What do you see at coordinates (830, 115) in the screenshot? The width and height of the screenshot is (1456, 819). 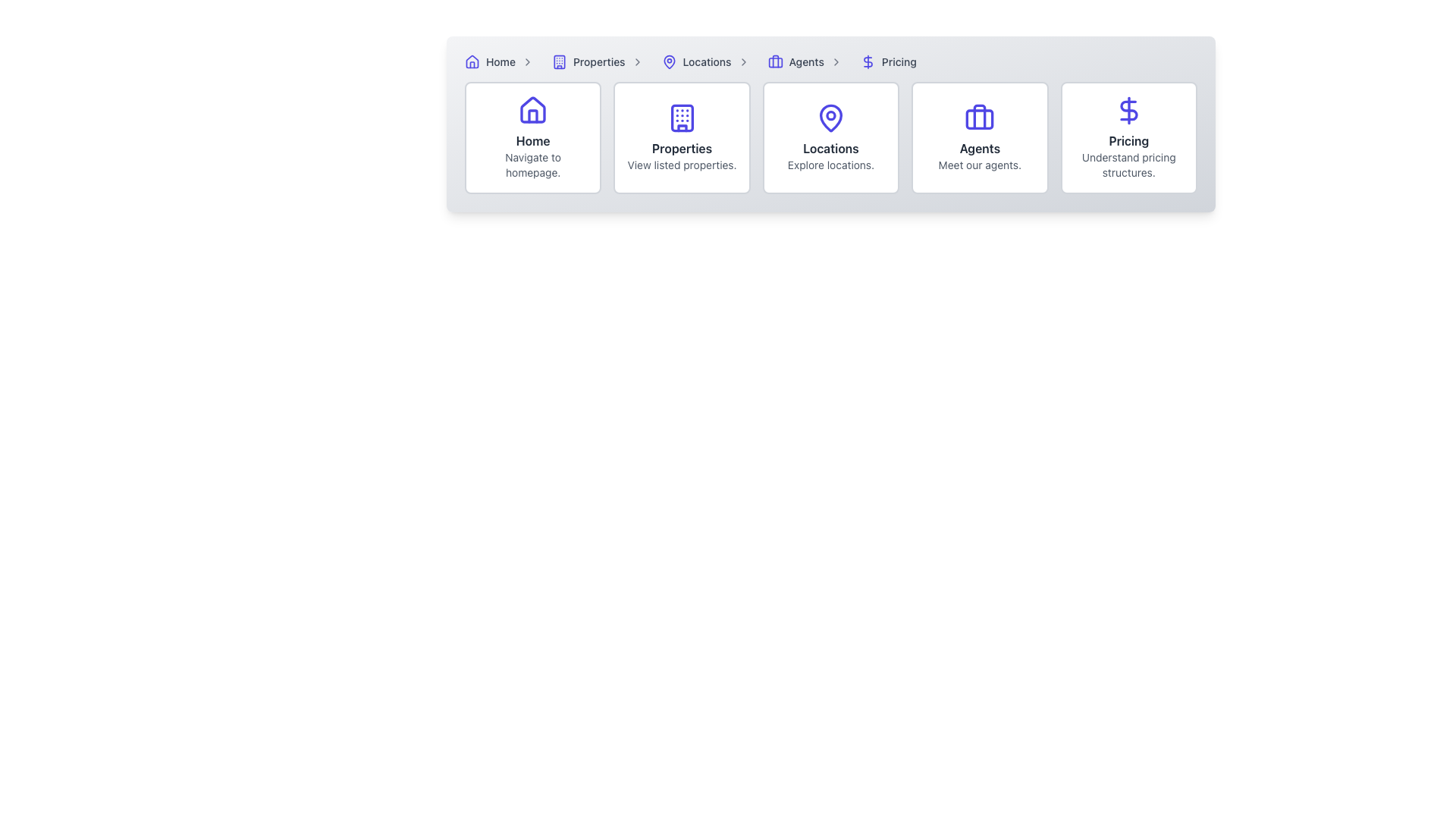 I see `the inner red circular component of the map pin icon located within the 'Locations' card of the navigation interface` at bounding box center [830, 115].